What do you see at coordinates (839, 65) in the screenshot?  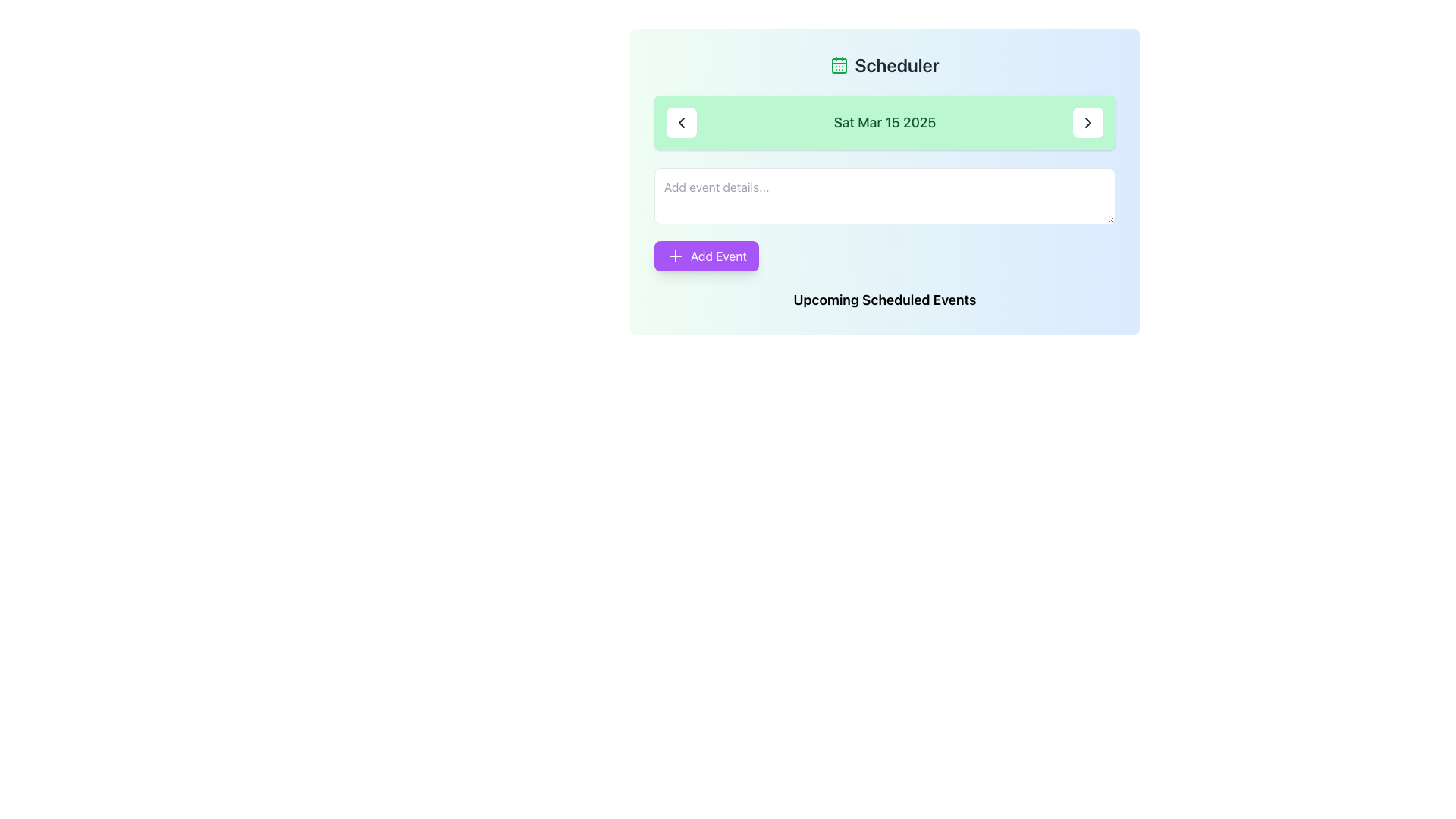 I see `the small, square-shaped element outlined as part of the SVG calendar icon, which resembles a calendar date block, located at the center of the larger calendar icon` at bounding box center [839, 65].